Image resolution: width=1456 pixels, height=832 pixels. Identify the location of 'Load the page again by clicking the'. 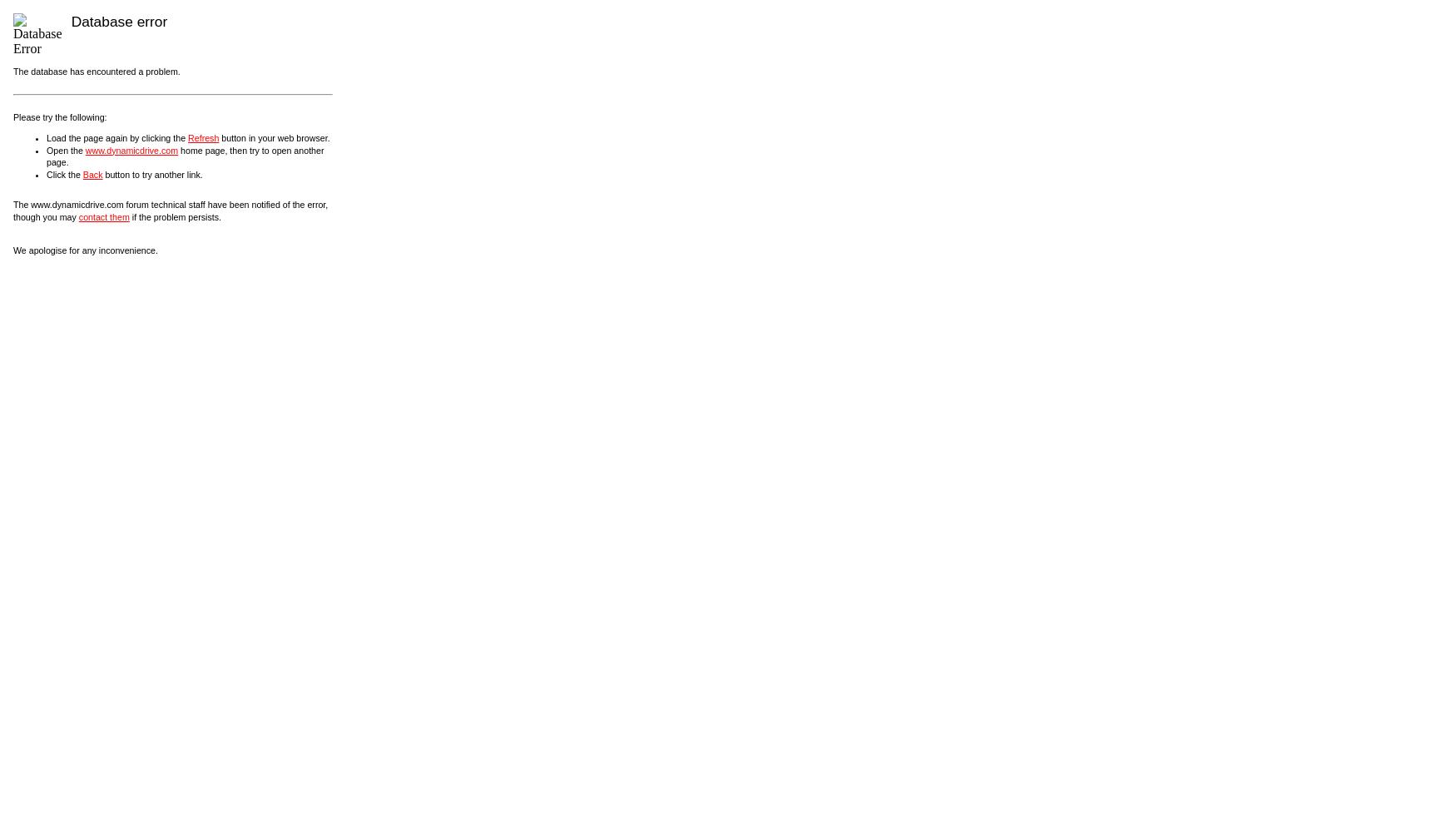
(116, 137).